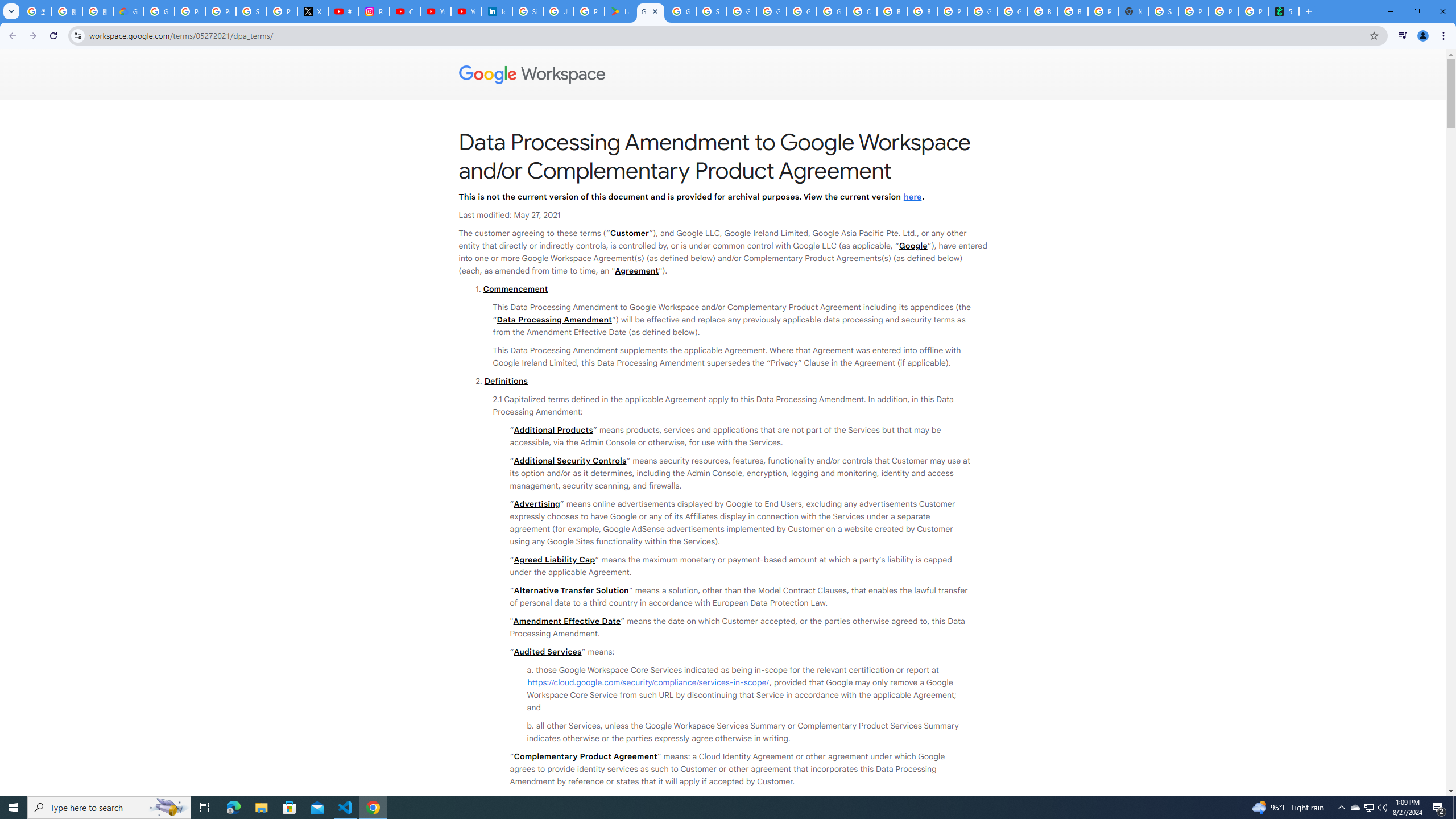  I want to click on 'Back', so click(11, 35).